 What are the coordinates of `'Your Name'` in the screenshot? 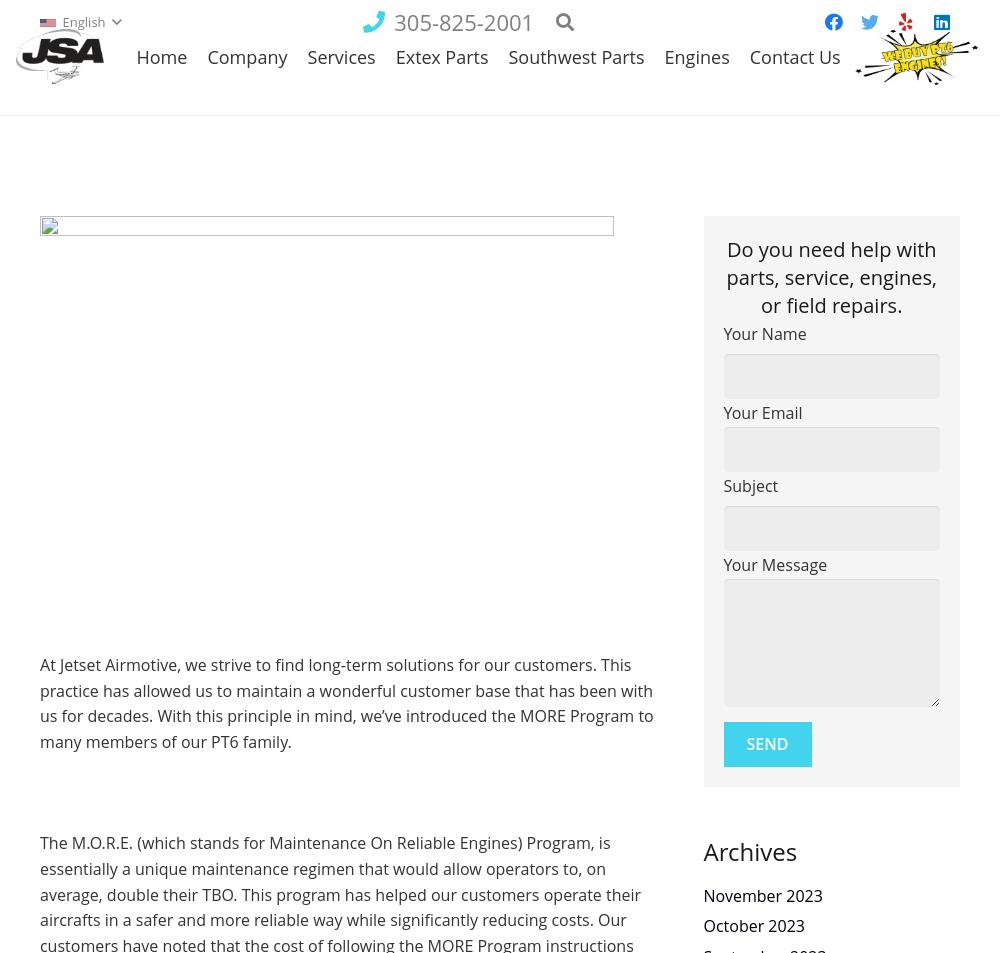 It's located at (764, 333).